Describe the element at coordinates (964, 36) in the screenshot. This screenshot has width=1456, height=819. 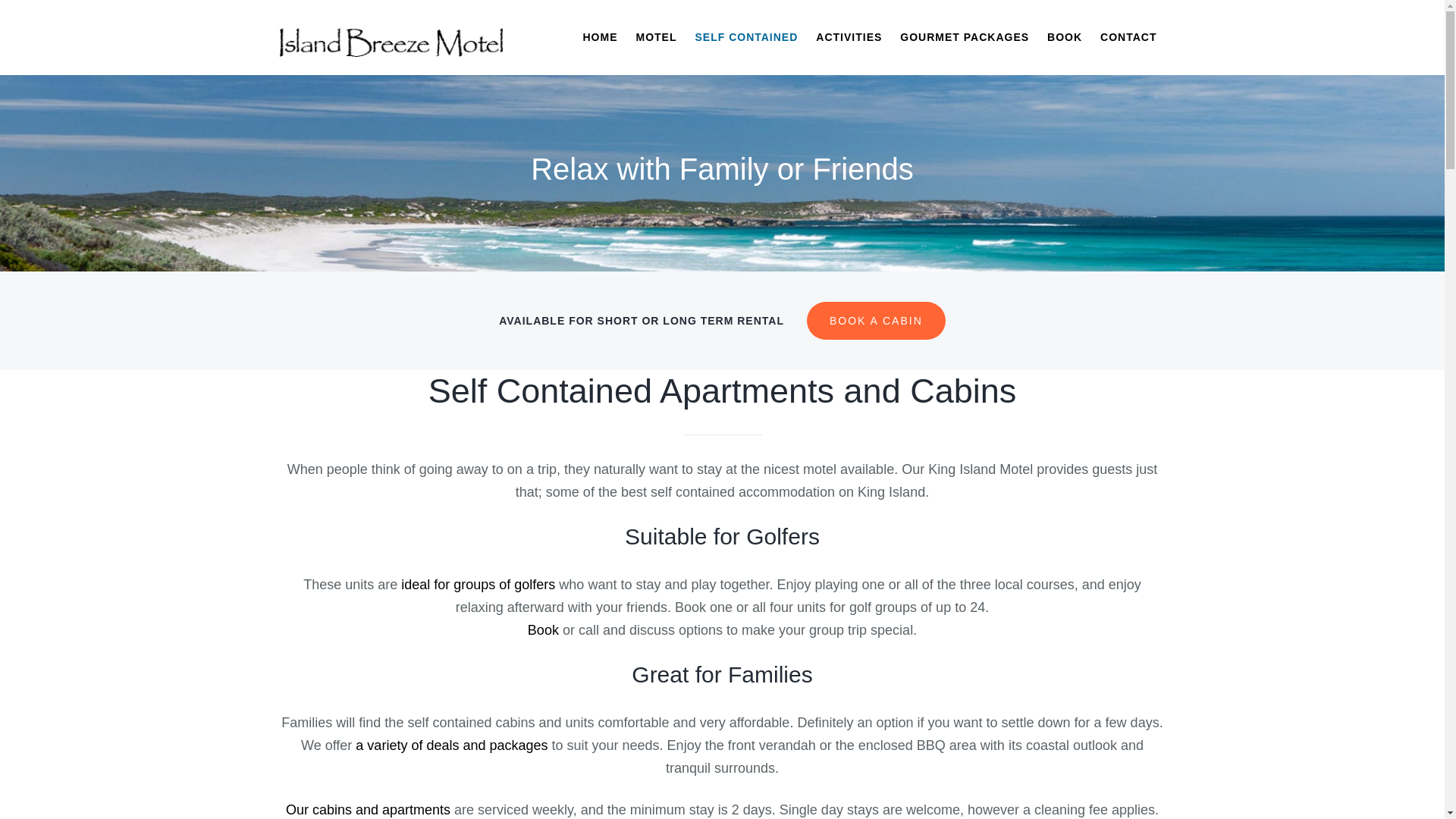
I see `'GOURMET PACKAGES'` at that location.